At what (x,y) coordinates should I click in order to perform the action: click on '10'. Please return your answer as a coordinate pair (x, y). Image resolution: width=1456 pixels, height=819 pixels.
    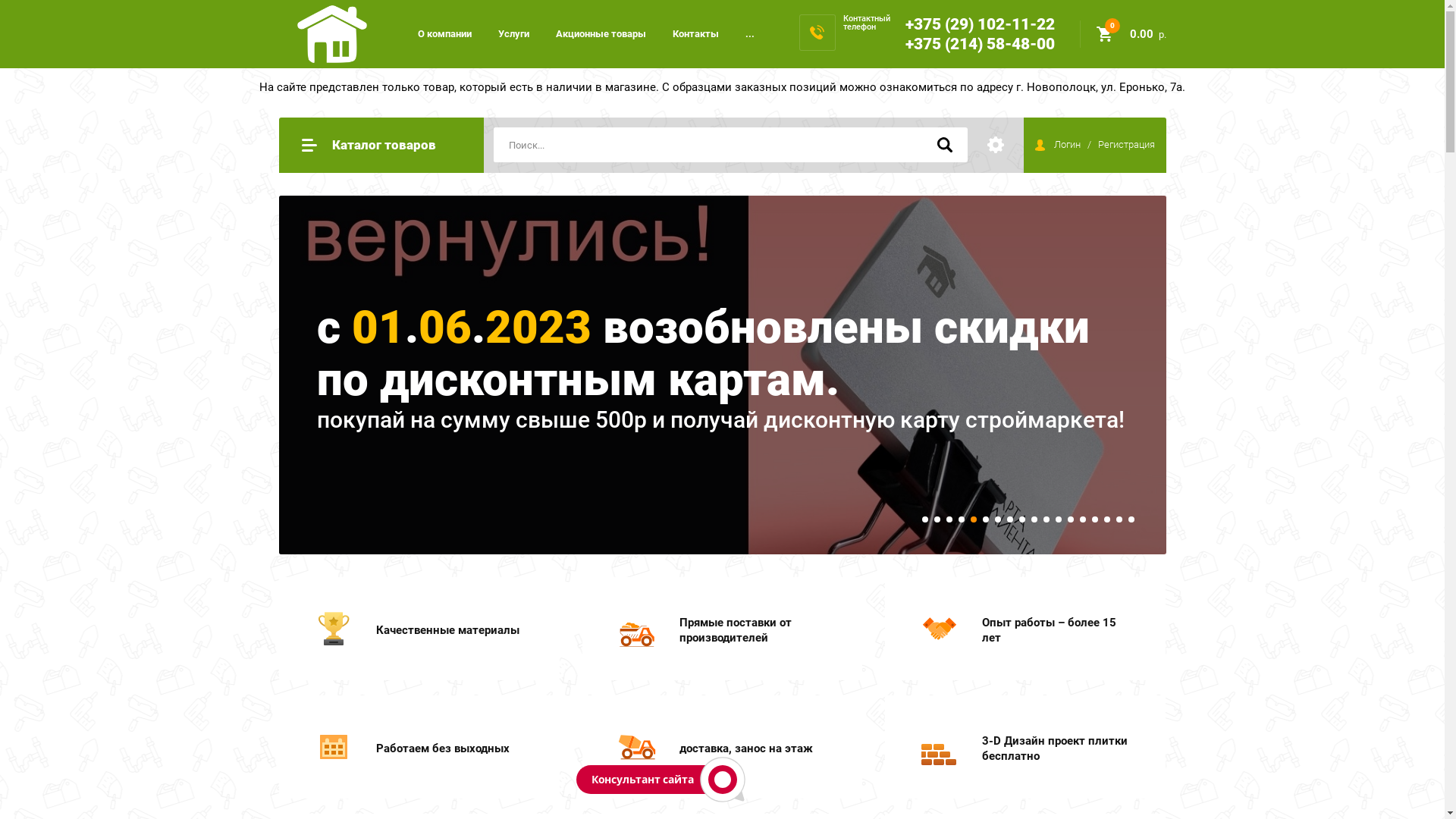
    Looking at the image, I should click on (1031, 519).